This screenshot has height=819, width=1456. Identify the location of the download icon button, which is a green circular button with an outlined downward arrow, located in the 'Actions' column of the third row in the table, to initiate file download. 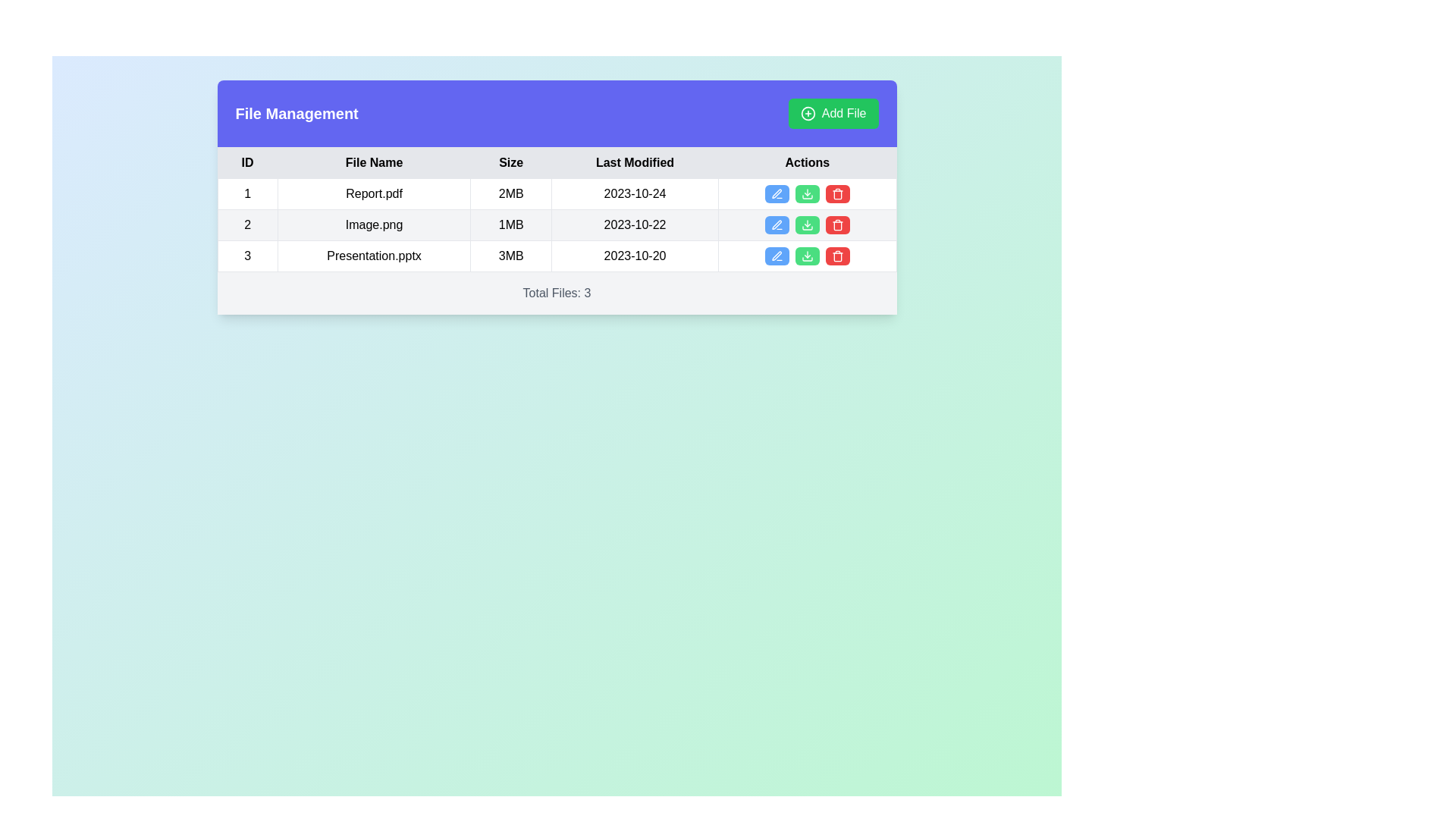
(806, 256).